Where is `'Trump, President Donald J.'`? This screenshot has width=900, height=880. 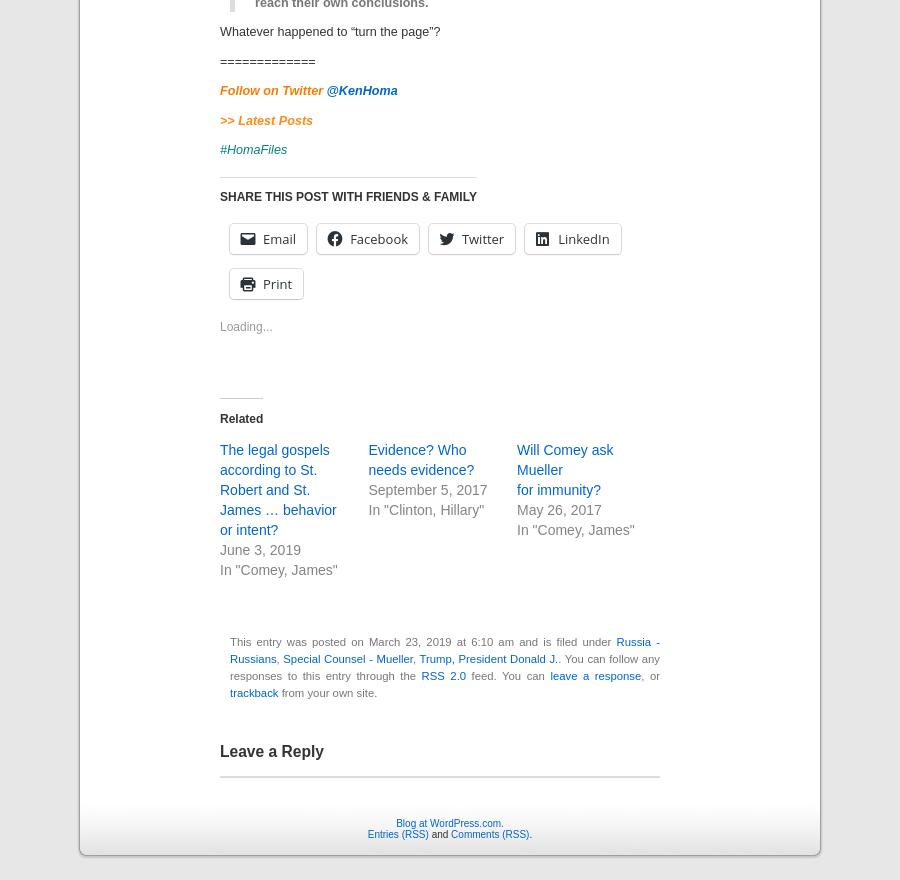
'Trump, President Donald J.' is located at coordinates (487, 657).